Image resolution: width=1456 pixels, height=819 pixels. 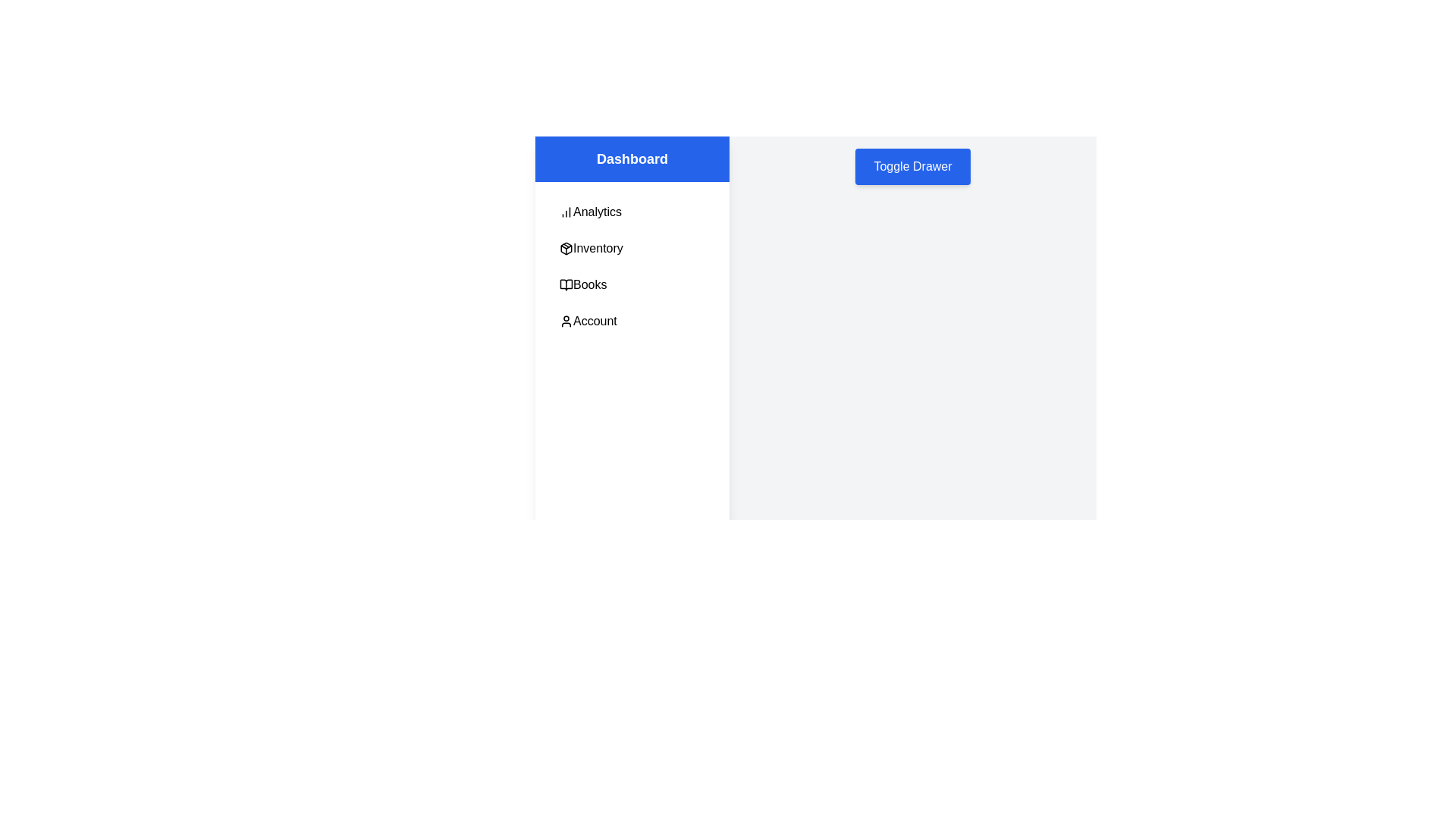 What do you see at coordinates (566, 321) in the screenshot?
I see `the icon beside the Account menu item` at bounding box center [566, 321].